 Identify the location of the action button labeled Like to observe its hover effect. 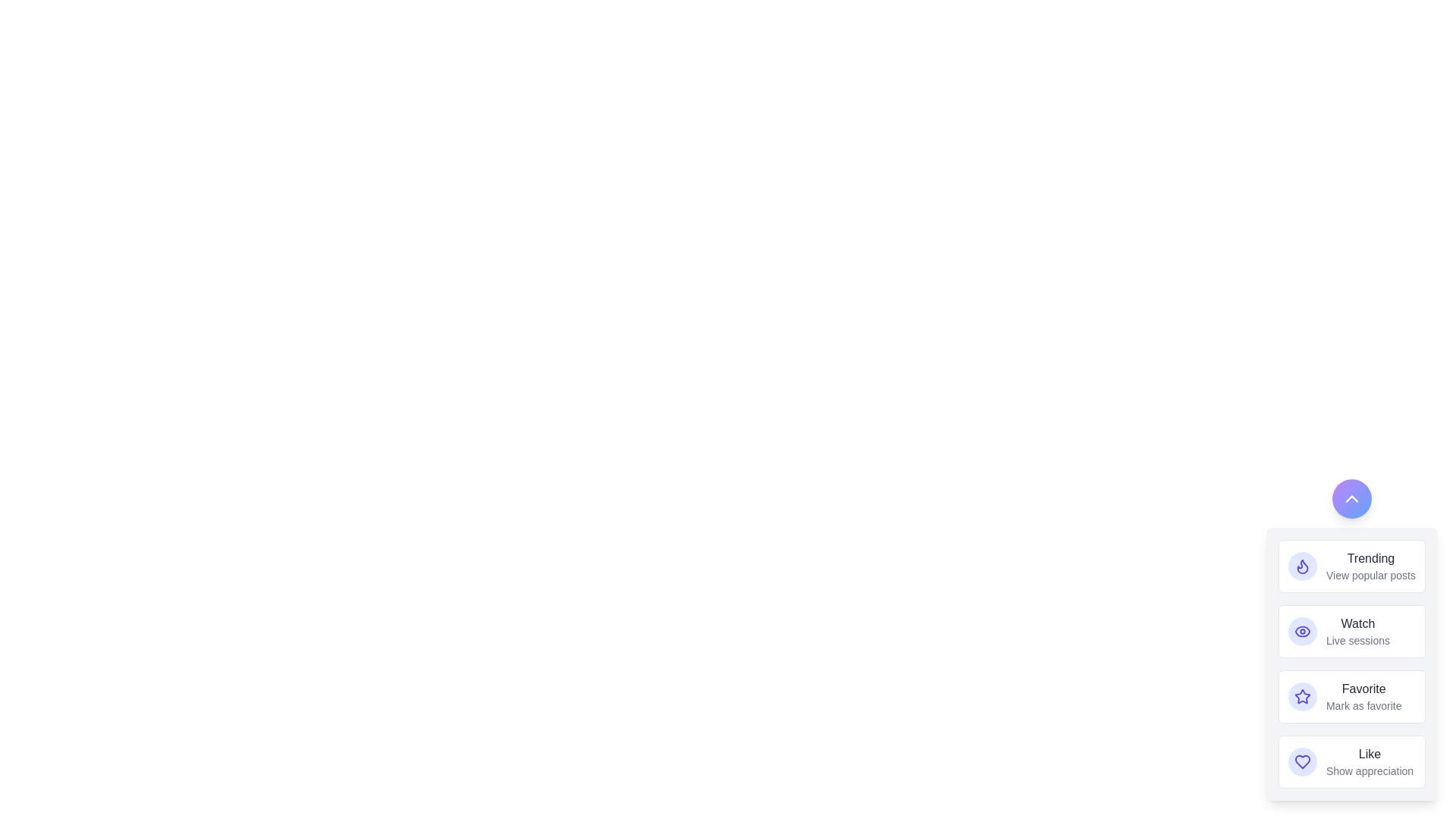
(1302, 762).